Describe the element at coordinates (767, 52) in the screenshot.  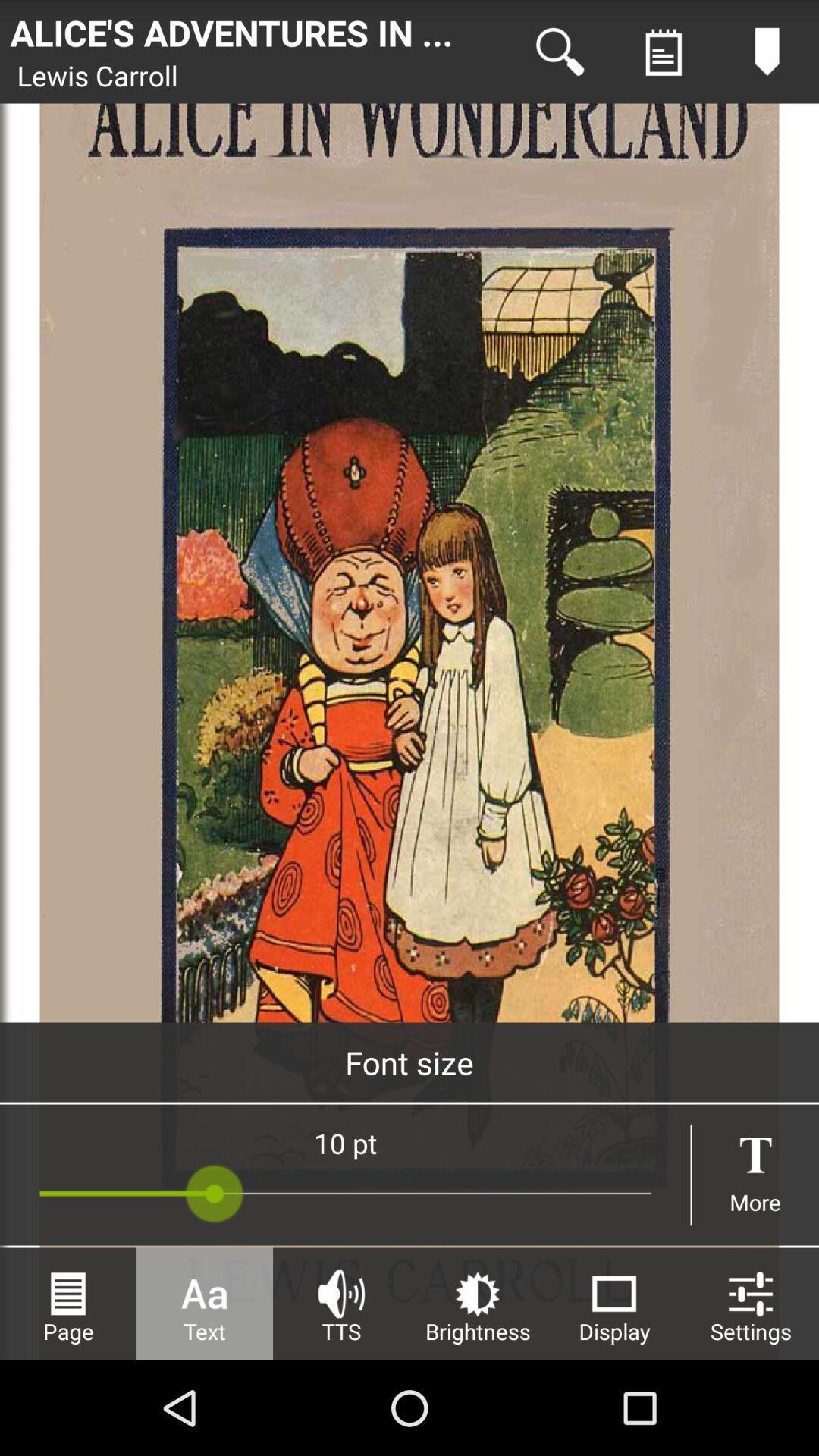
I see `bookmark this page` at that location.